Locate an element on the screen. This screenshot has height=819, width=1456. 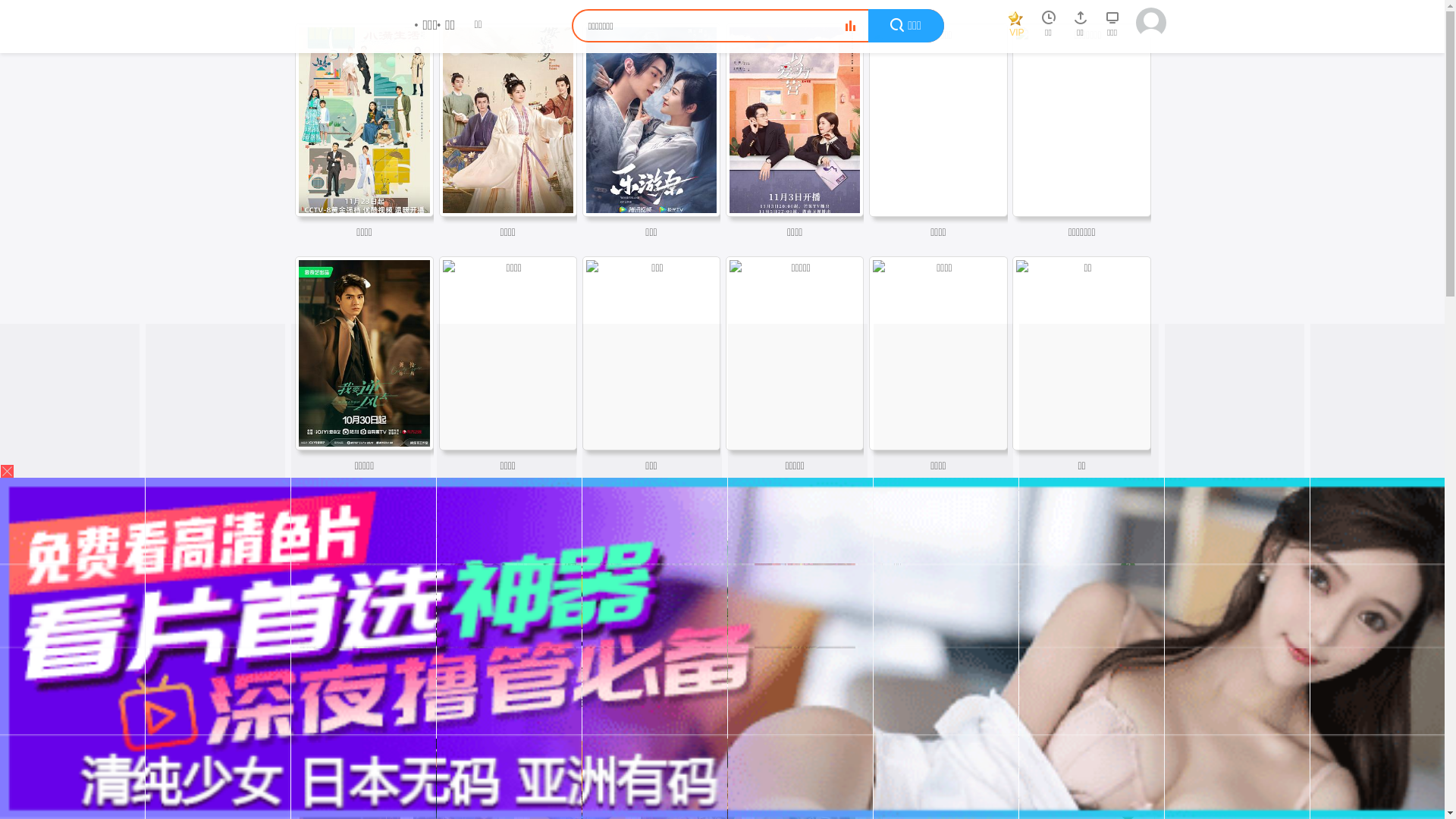
'VIP' is located at coordinates (1015, 27).